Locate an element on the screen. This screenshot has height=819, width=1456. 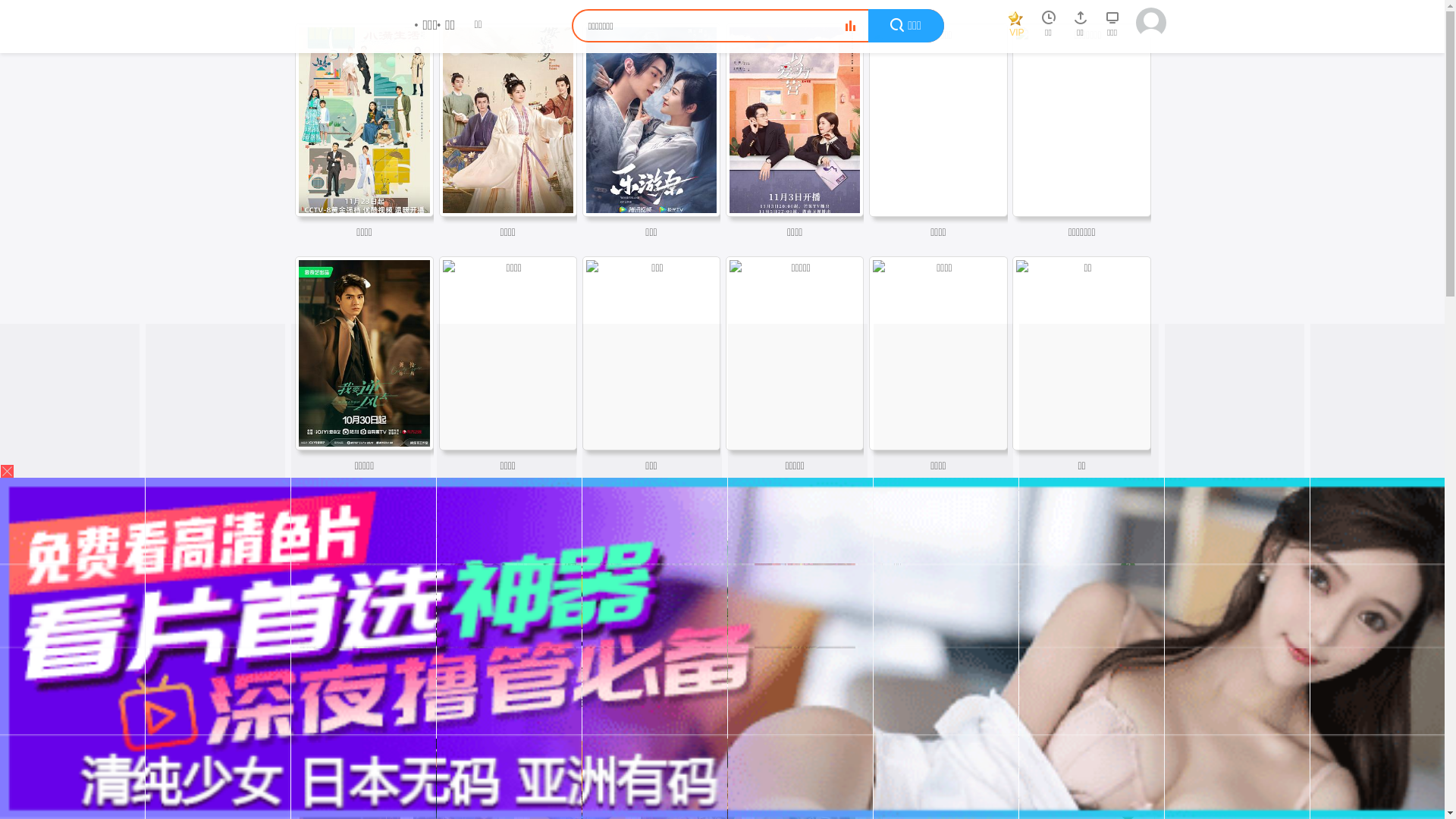
'VIP' is located at coordinates (1015, 27).